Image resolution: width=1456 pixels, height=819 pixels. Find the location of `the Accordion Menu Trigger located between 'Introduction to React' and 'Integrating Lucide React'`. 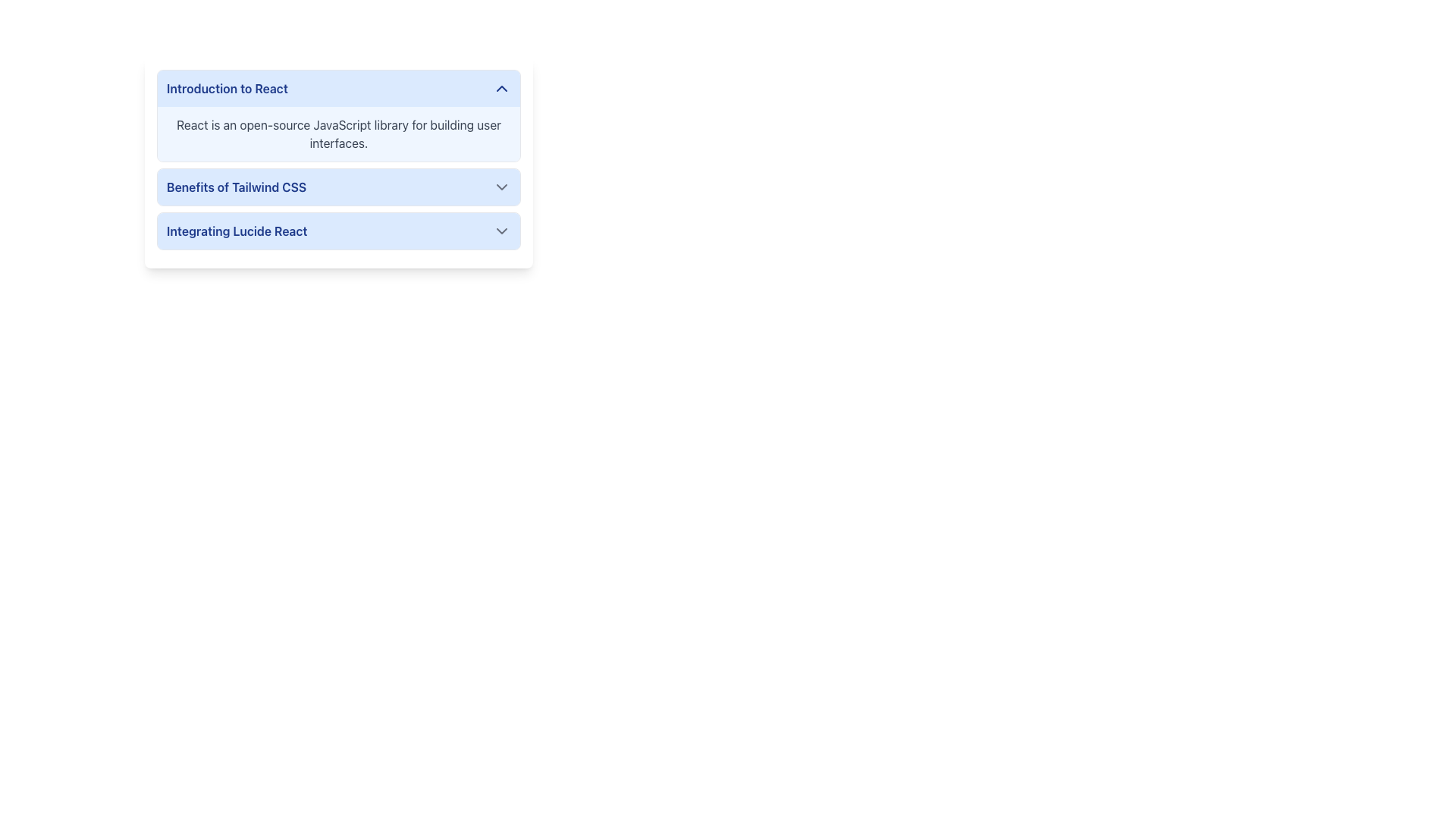

the Accordion Menu Trigger located between 'Introduction to React' and 'Integrating Lucide React' is located at coordinates (337, 186).